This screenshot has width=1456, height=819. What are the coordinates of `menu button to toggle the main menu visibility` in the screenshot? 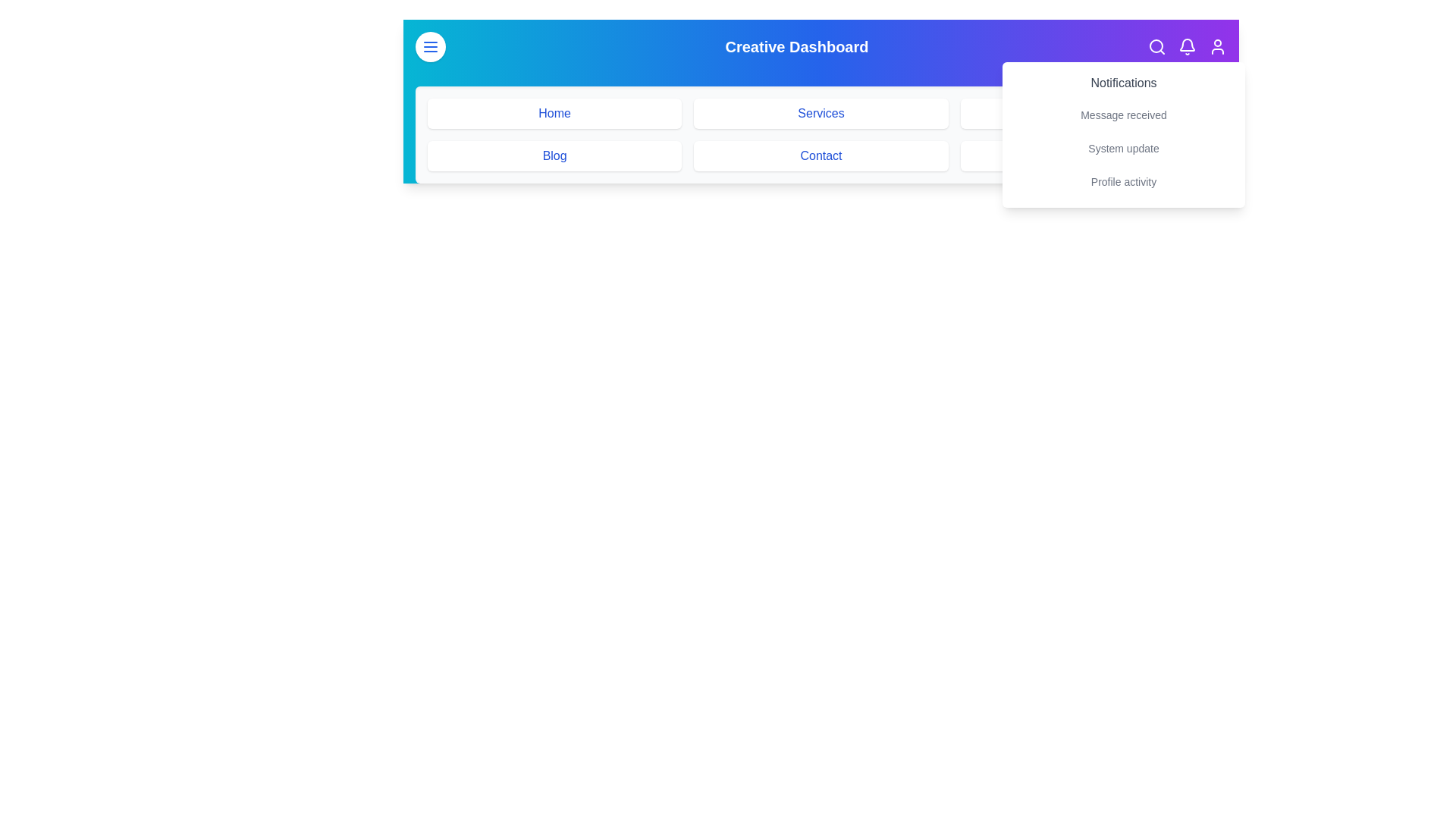 It's located at (429, 45).